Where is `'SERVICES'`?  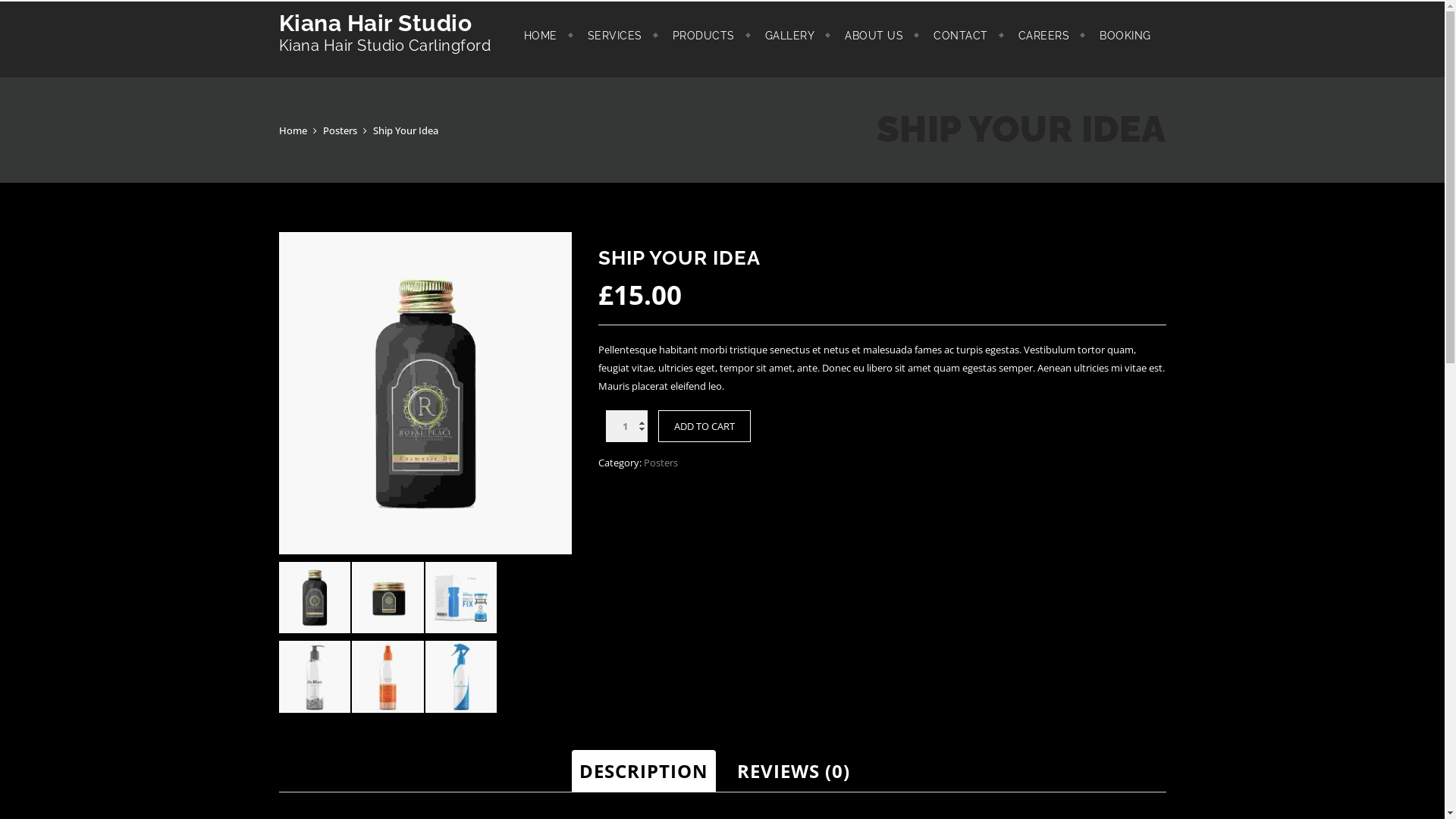
'SERVICES' is located at coordinates (585, 34).